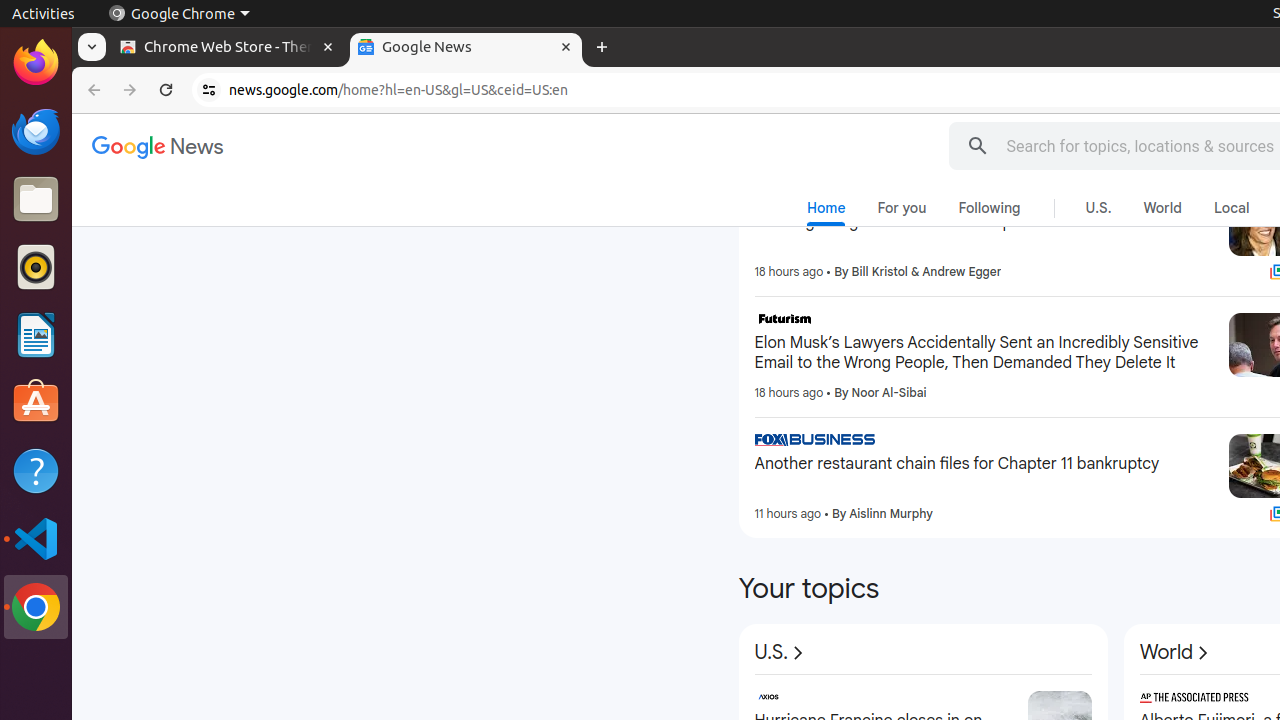 The width and height of the screenshot is (1280, 720). What do you see at coordinates (178, 13) in the screenshot?
I see `'Google Chrome'` at bounding box center [178, 13].